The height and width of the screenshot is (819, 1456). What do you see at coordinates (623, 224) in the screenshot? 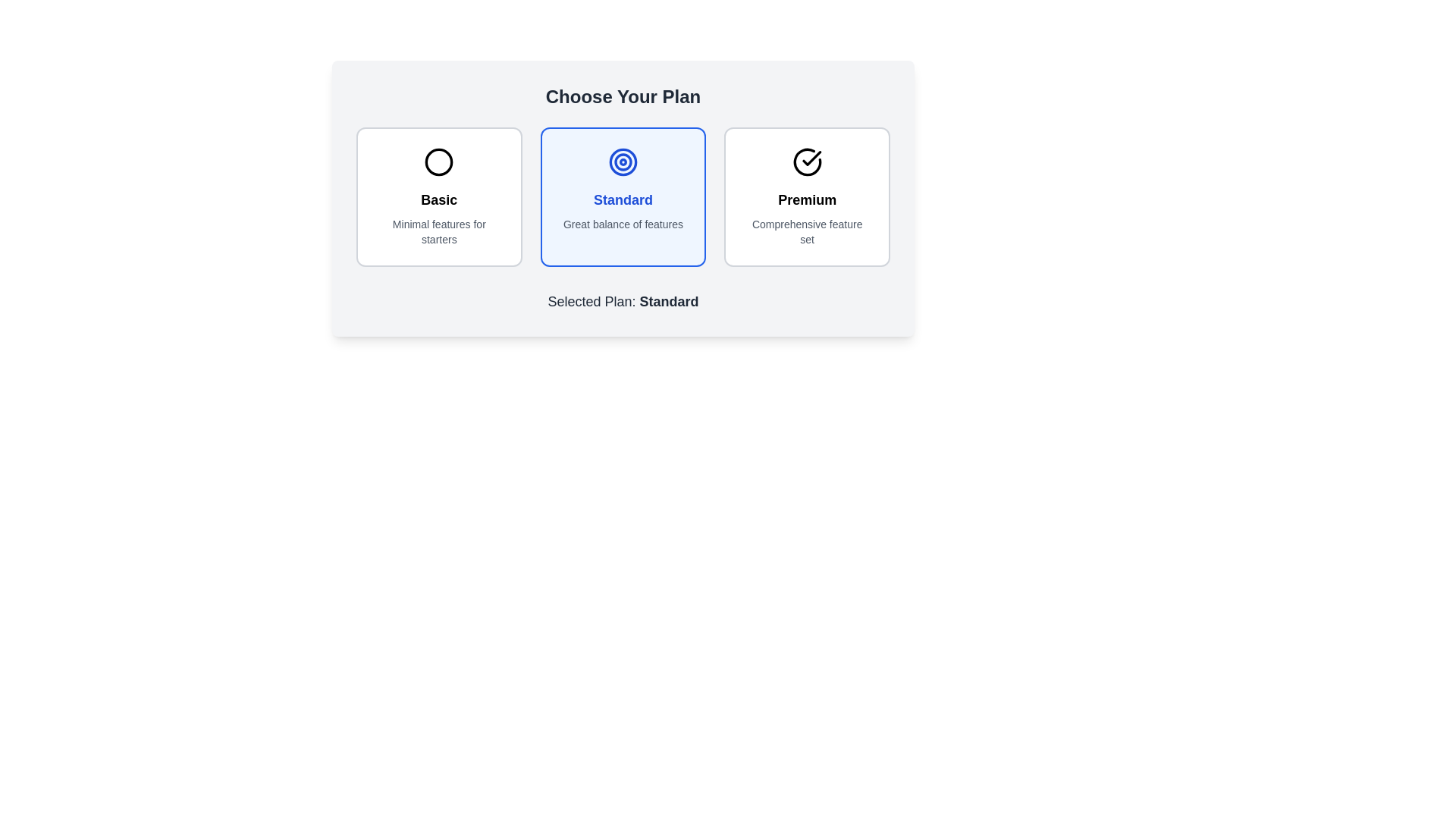
I see `the bottommost text element that describes the features of the 'Standard' plan, located in the middle card among three horizontally arranged cards` at bounding box center [623, 224].